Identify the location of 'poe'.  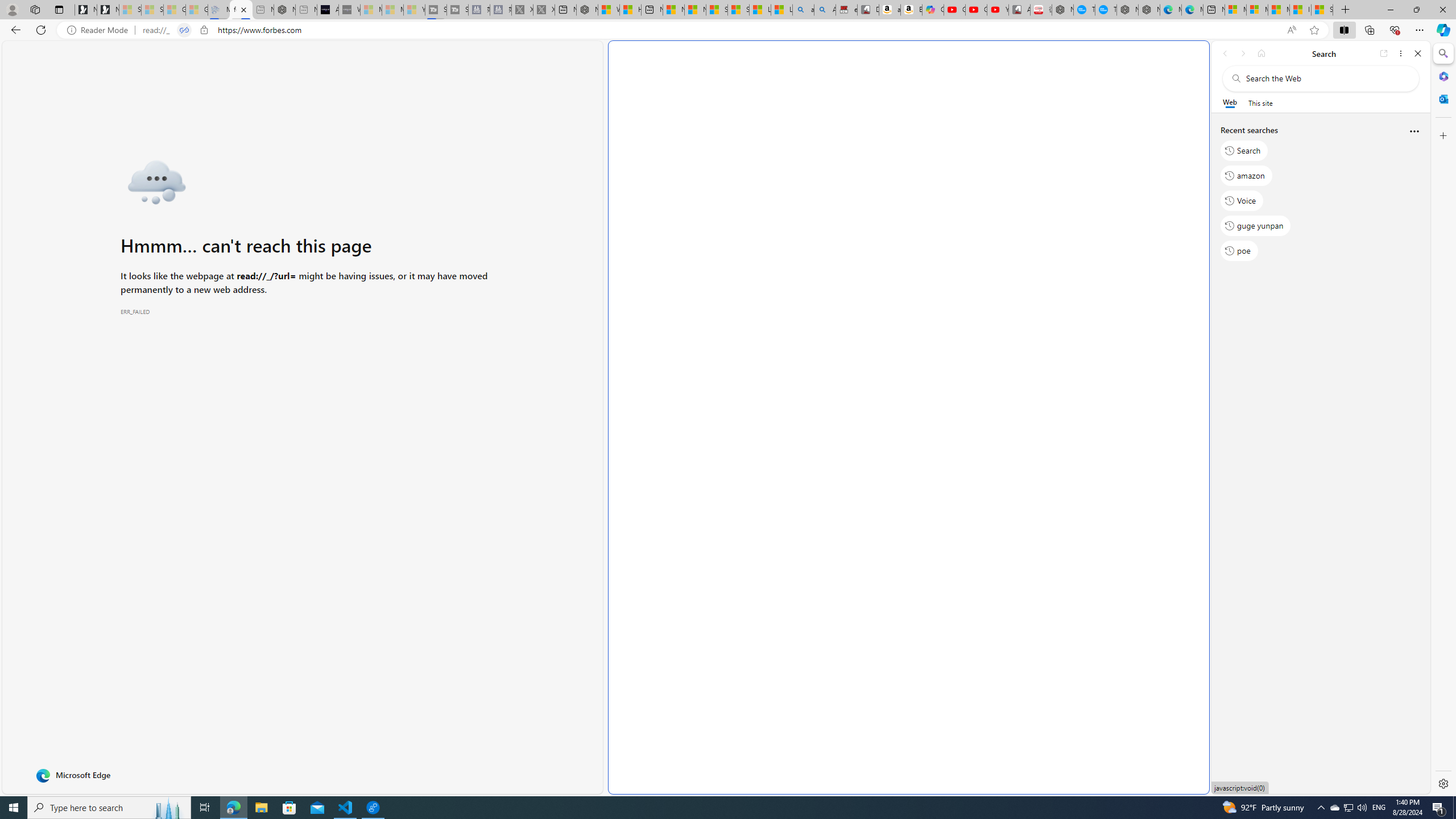
(1238, 250).